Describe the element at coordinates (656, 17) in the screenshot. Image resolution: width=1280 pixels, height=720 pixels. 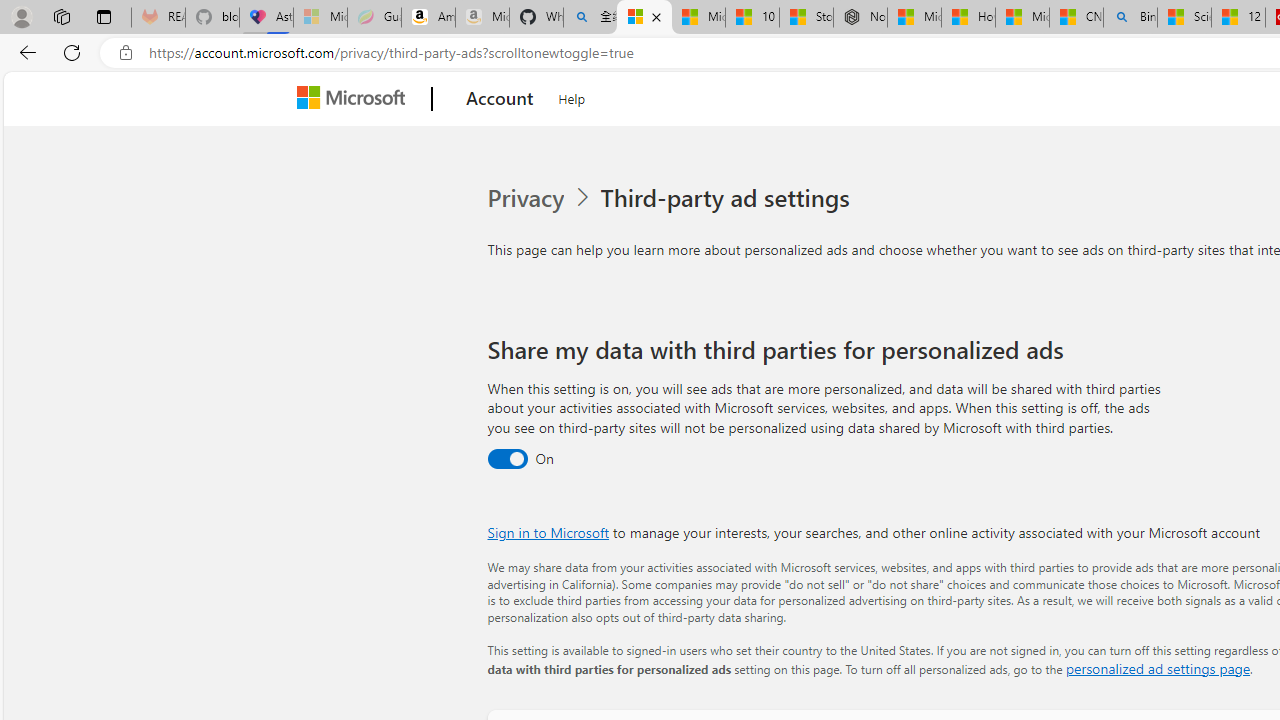
I see `'Close tab'` at that location.